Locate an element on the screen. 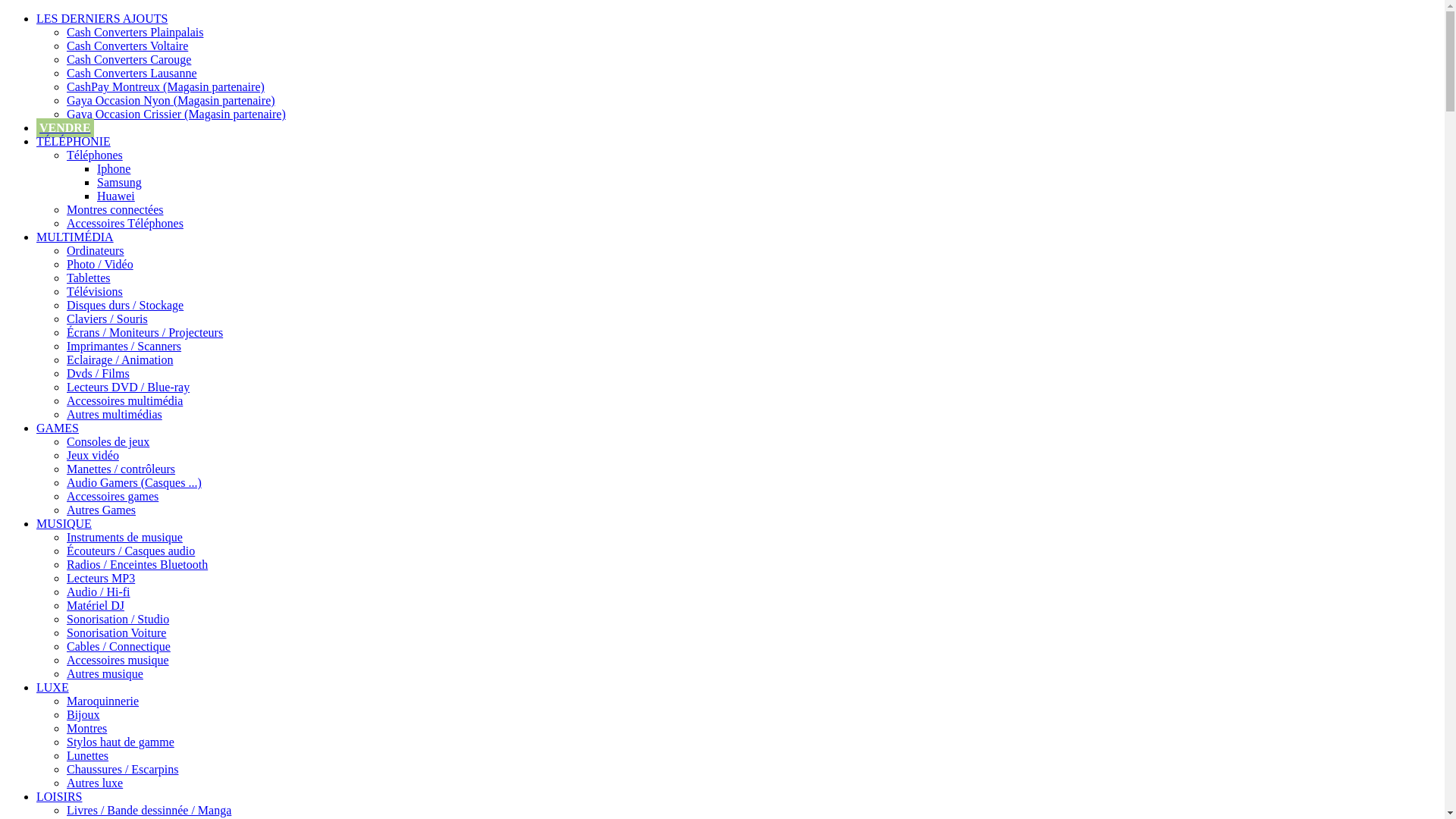 This screenshot has height=819, width=1456. 'MUSIQUE' is located at coordinates (63, 522).